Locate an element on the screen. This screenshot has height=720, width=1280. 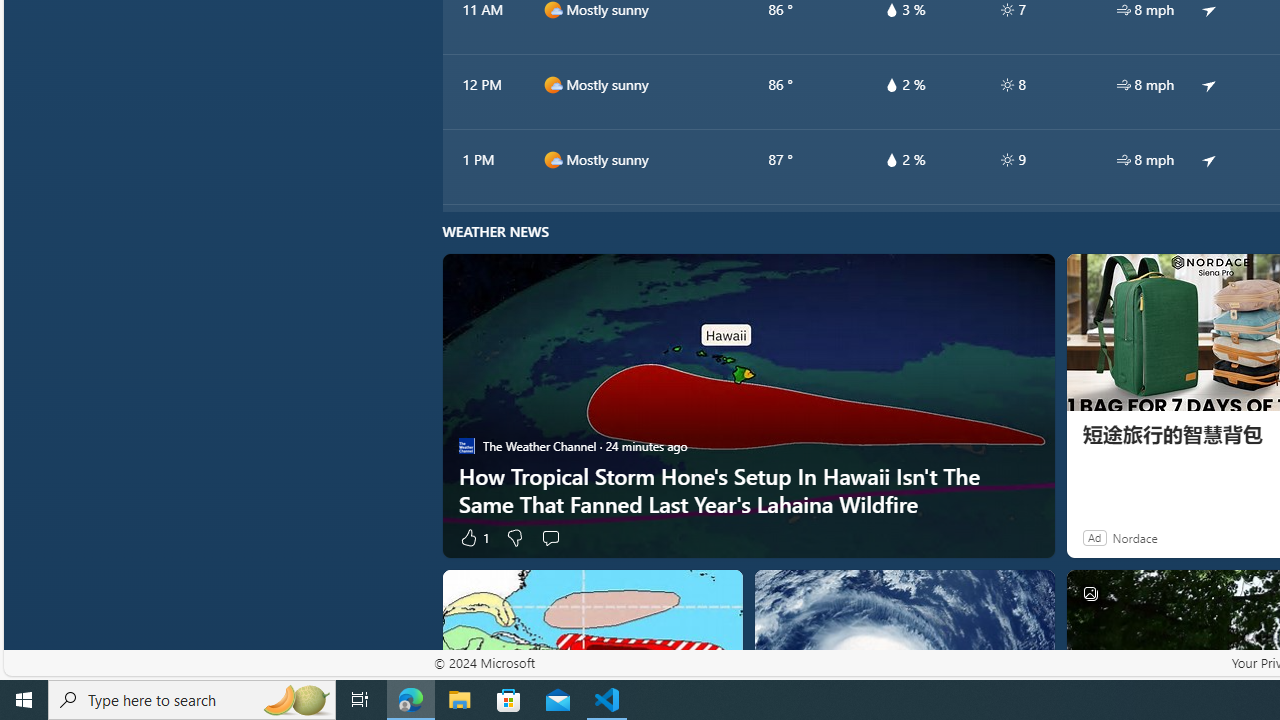
'hourlyTable/uv' is located at coordinates (1007, 158).